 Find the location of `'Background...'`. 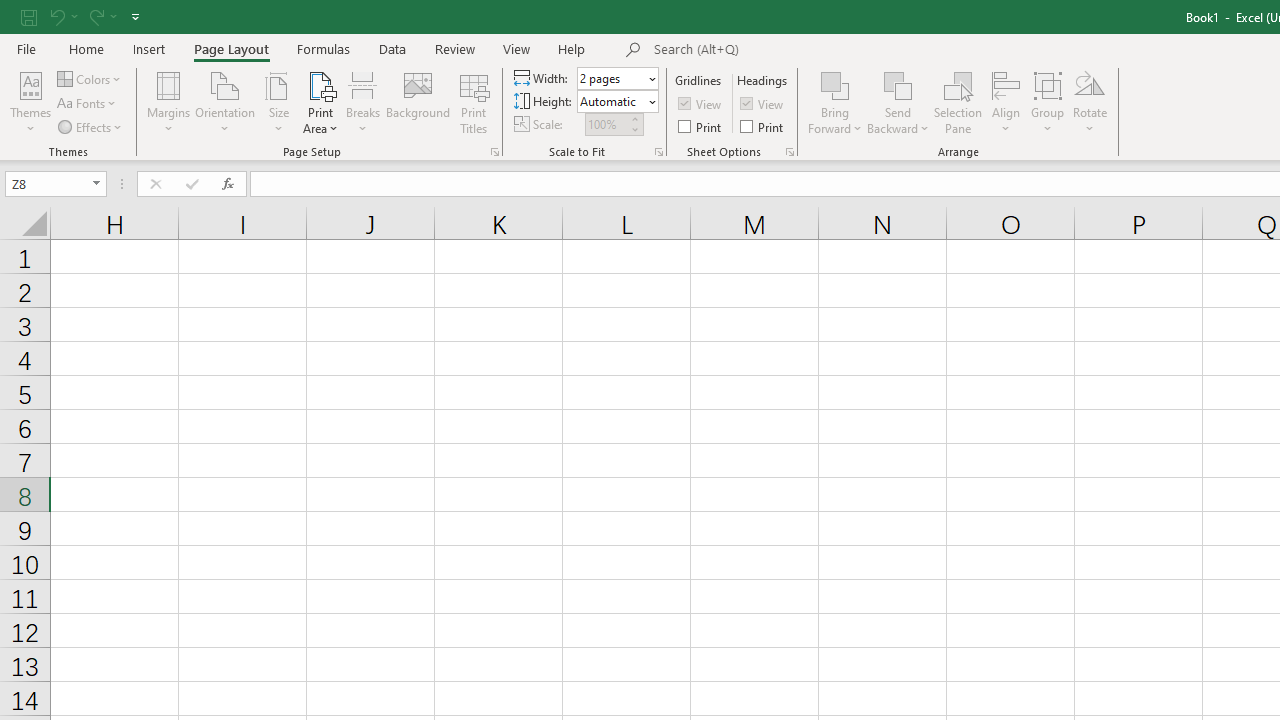

'Background...' is located at coordinates (417, 103).